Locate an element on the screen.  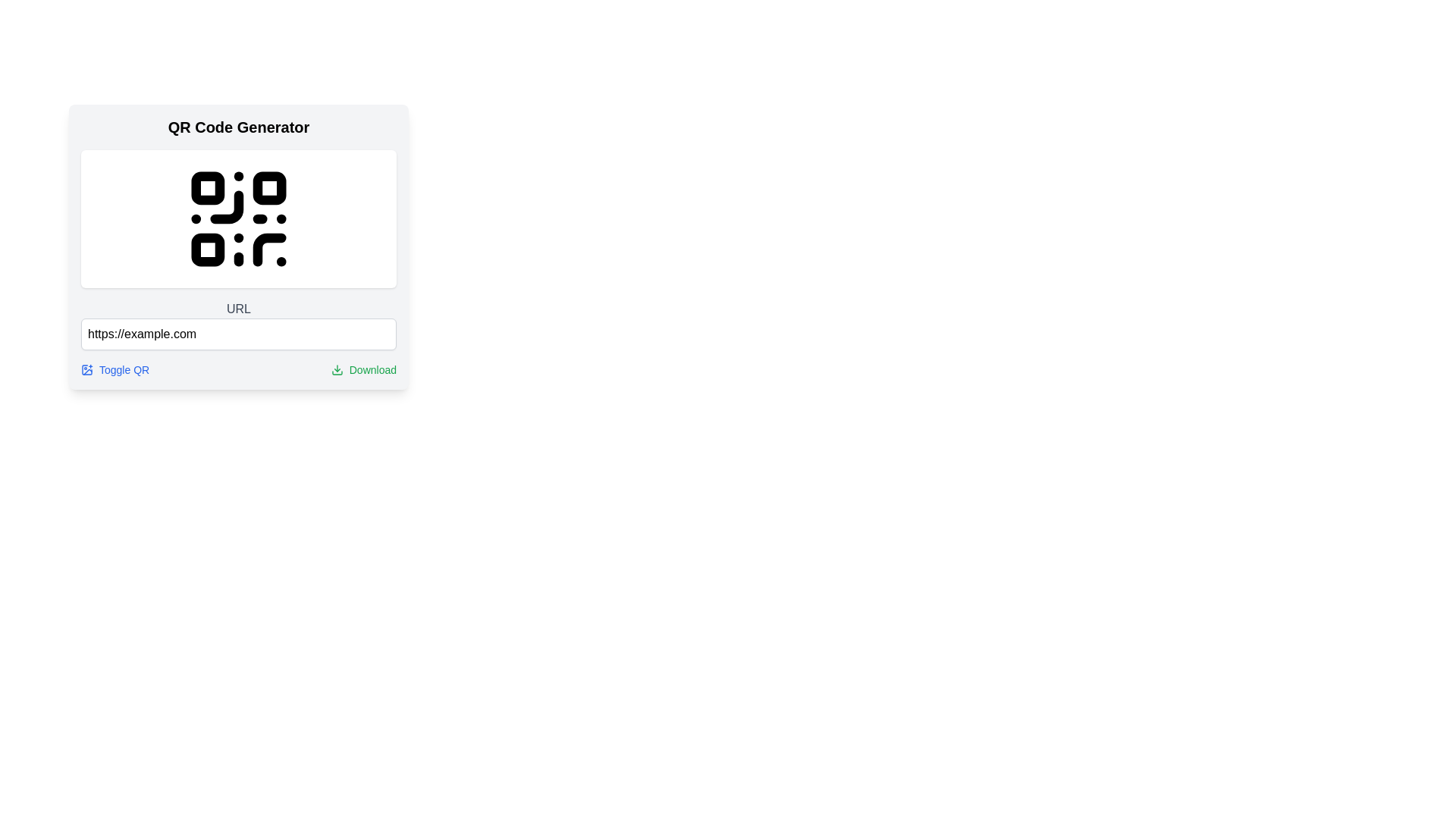
the 'Toggle QR' text-based hyperlink displayed in blue text styling, located below the URL input field and before the 'Download' button to visually highlight it is located at coordinates (124, 370).